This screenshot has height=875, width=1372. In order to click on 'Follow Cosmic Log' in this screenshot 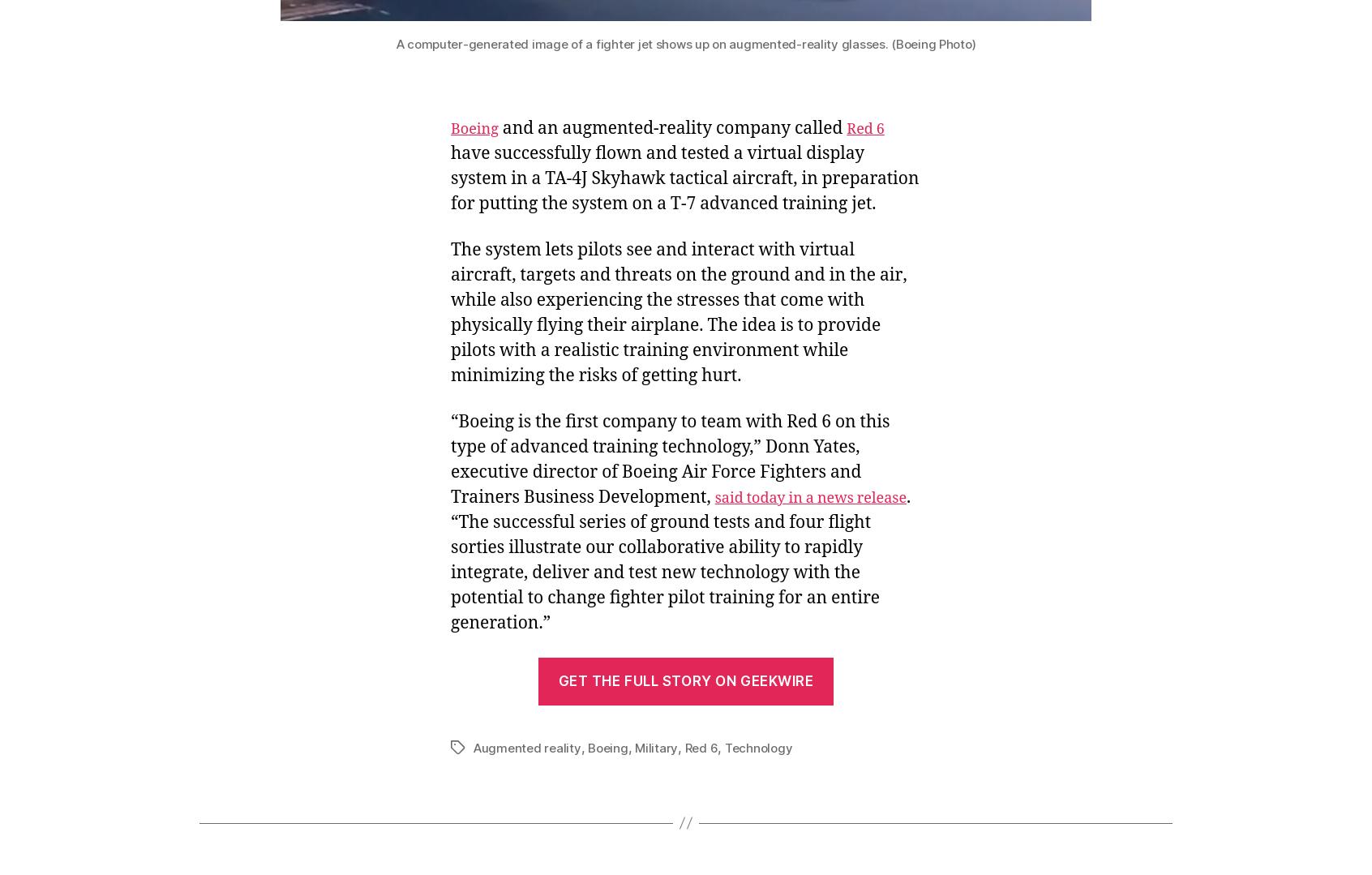, I will do `click(817, 492)`.